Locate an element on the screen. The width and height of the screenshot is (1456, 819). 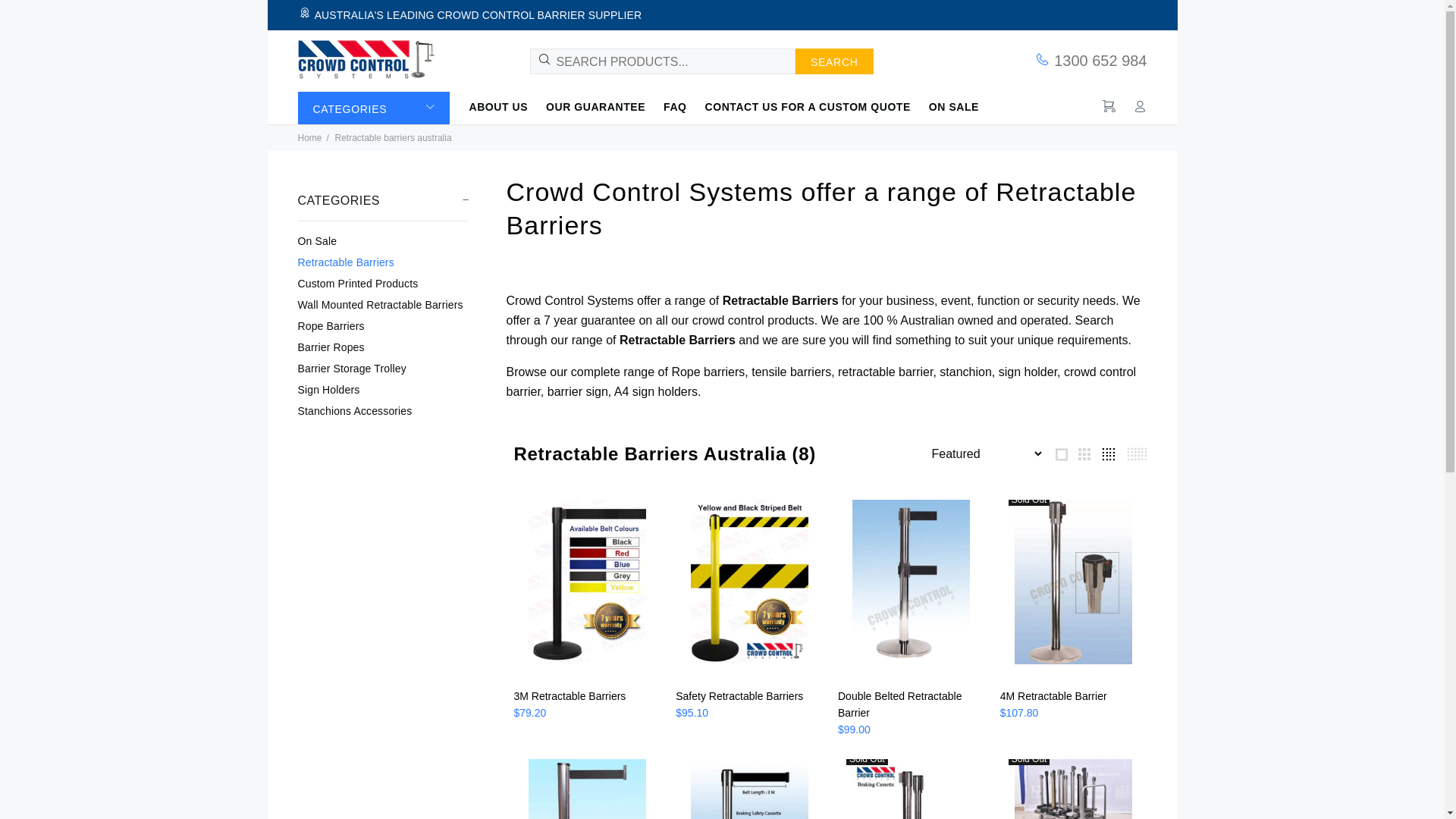
'Sold Out' is located at coordinates (1073, 587).